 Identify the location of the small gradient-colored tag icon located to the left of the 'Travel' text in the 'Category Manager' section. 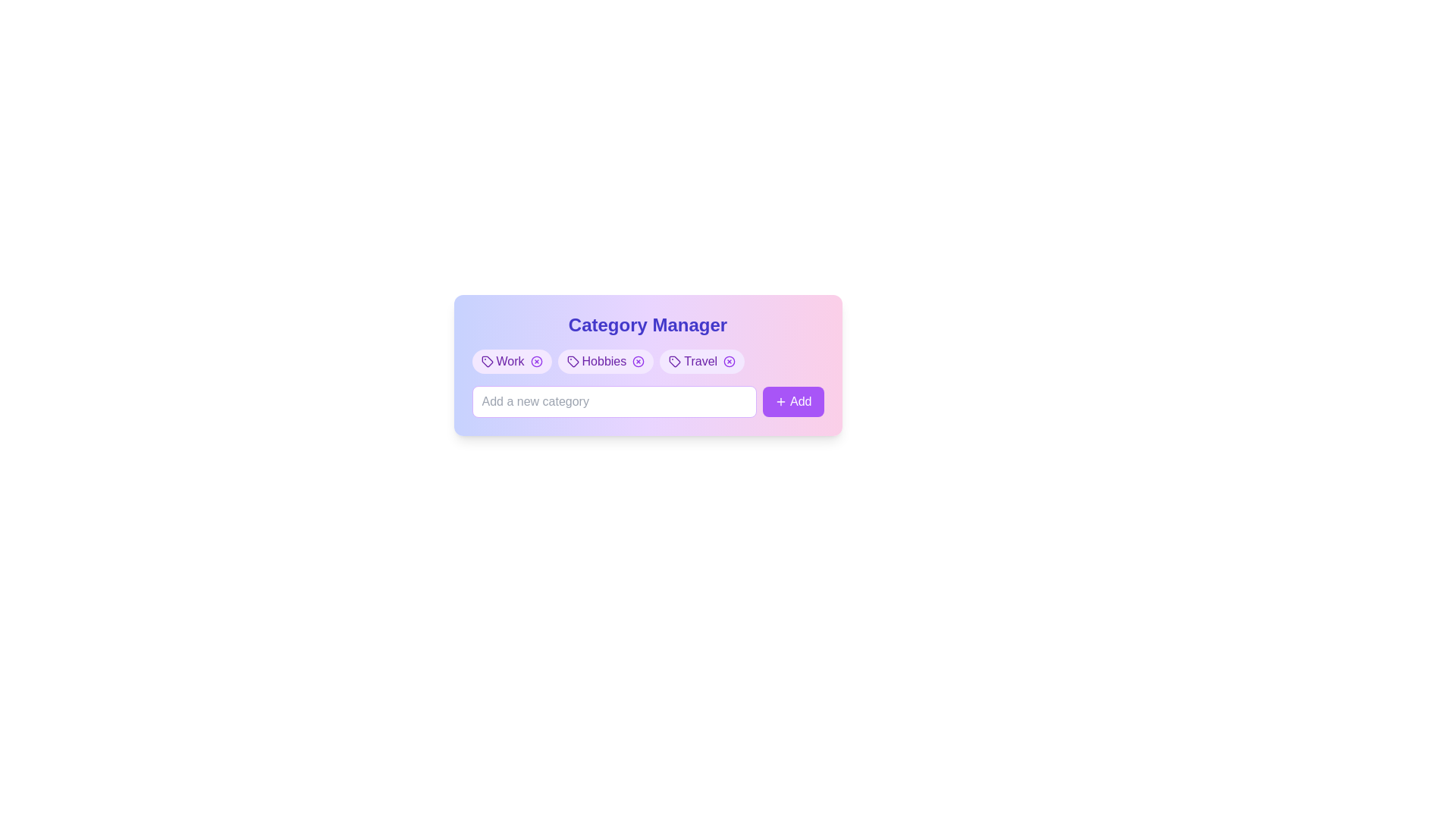
(674, 362).